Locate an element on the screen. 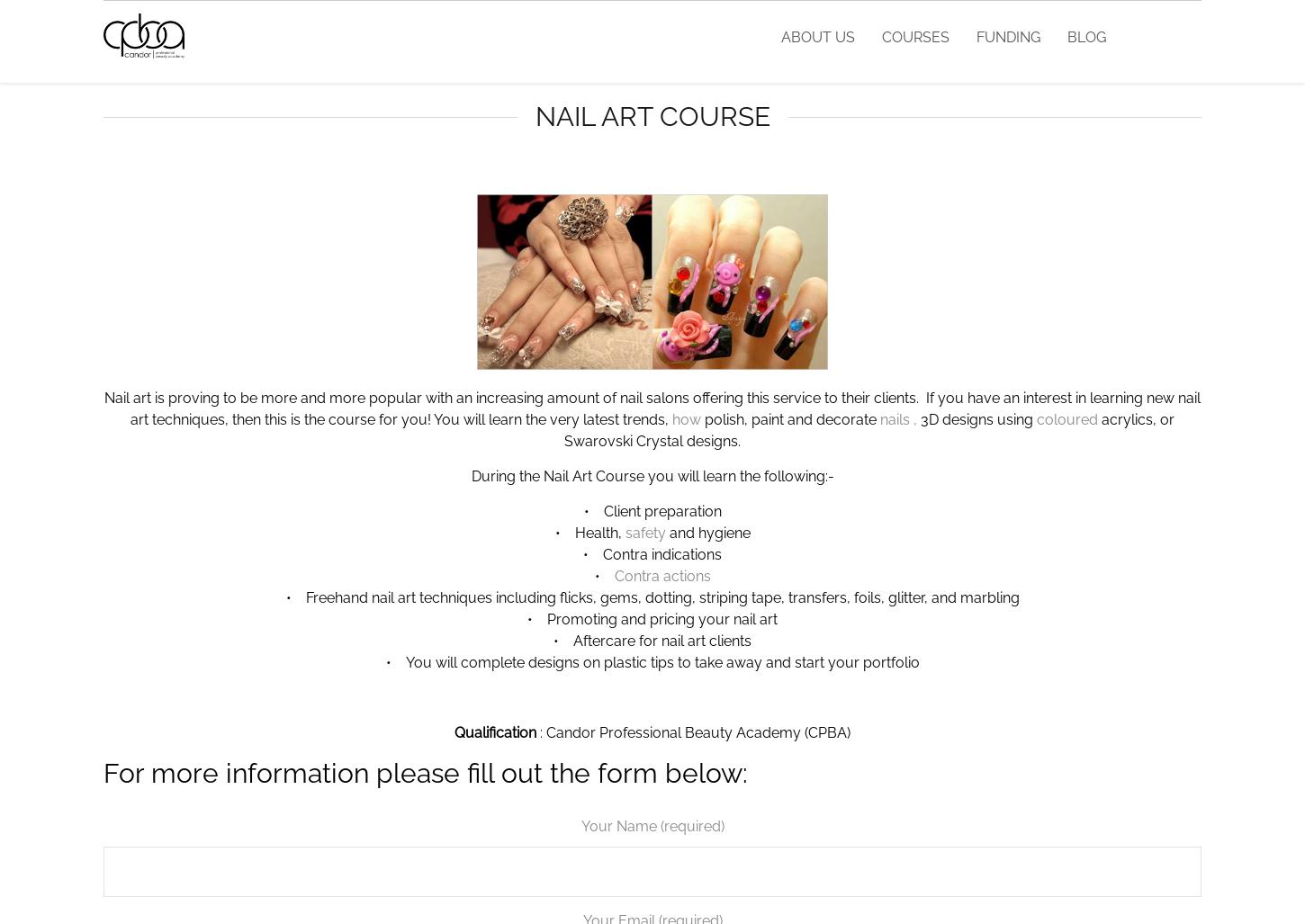  'and hygiene' is located at coordinates (707, 533).